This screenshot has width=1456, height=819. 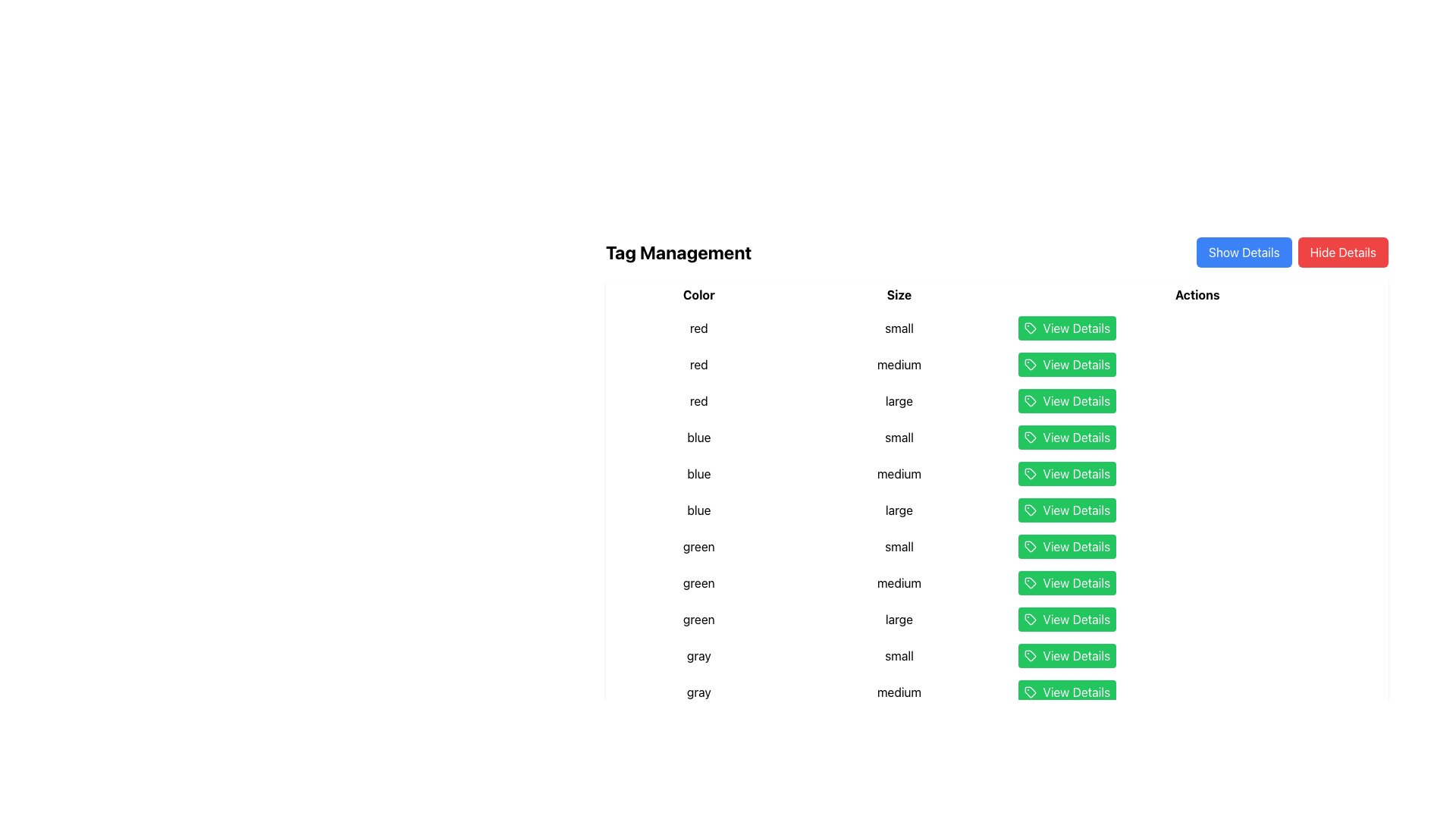 I want to click on the text label displaying 'medium' in the middle column labeled 'Size' of the table, so click(x=899, y=582).